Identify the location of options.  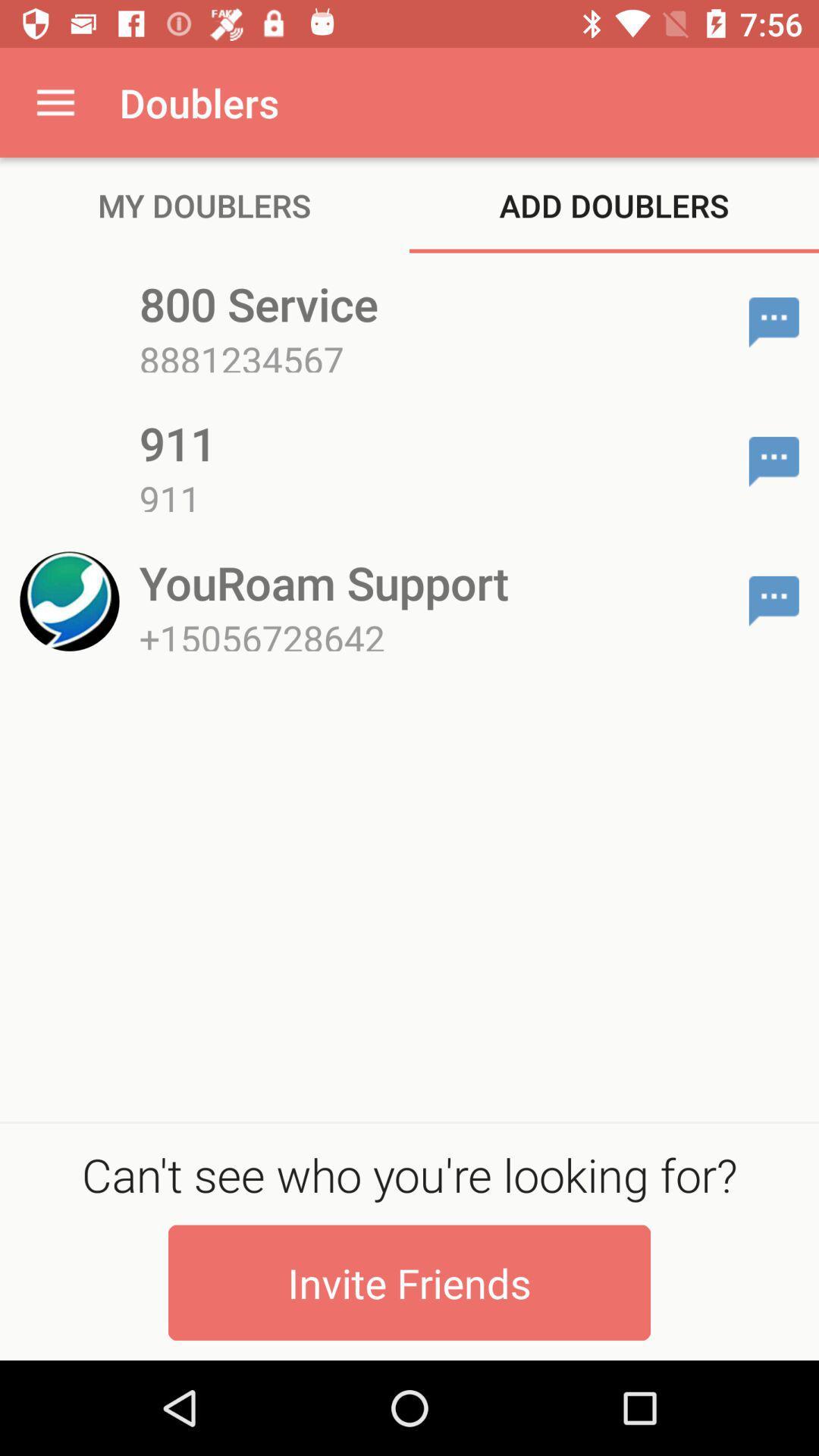
(773, 461).